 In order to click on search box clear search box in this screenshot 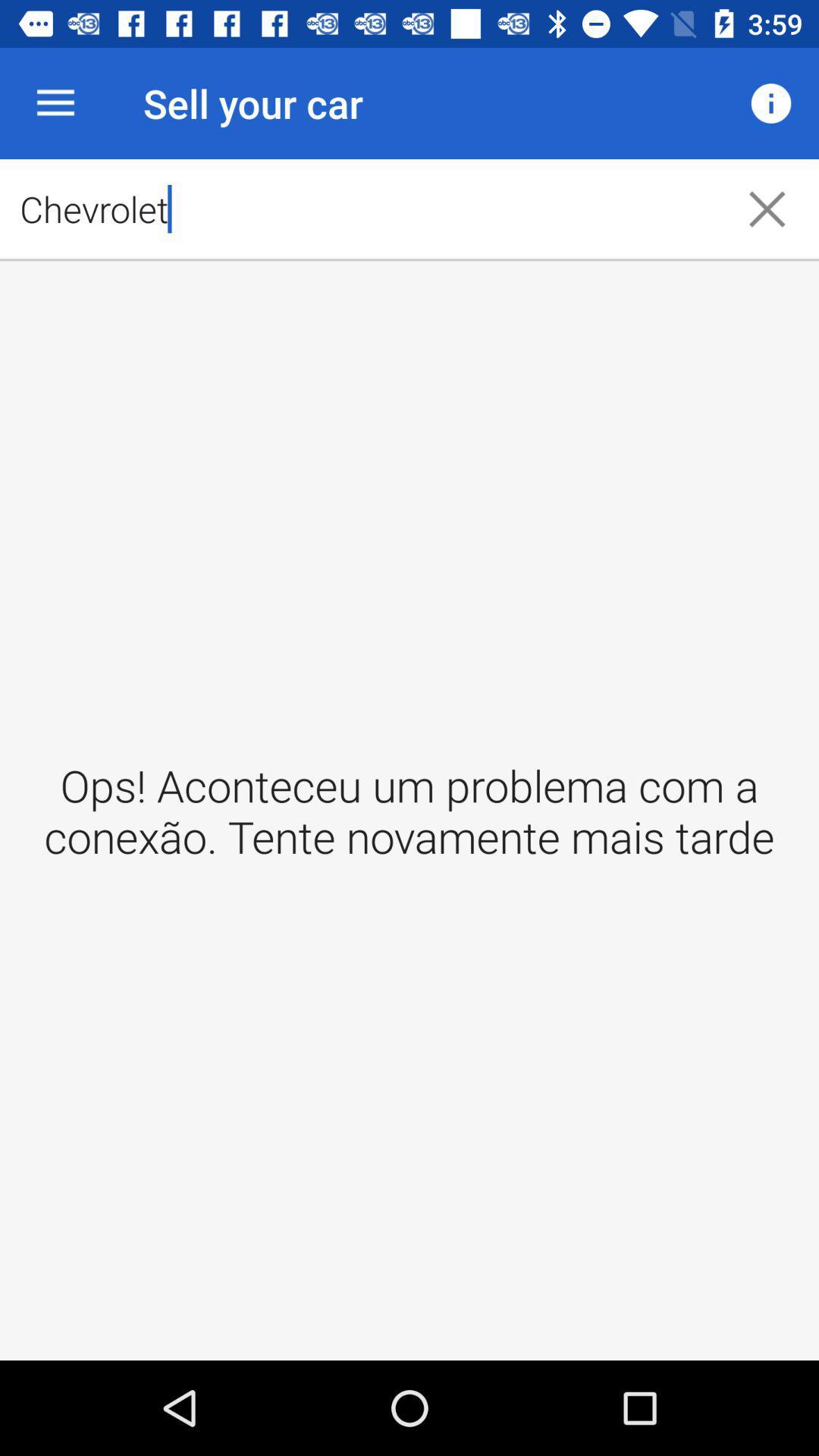, I will do `click(767, 208)`.